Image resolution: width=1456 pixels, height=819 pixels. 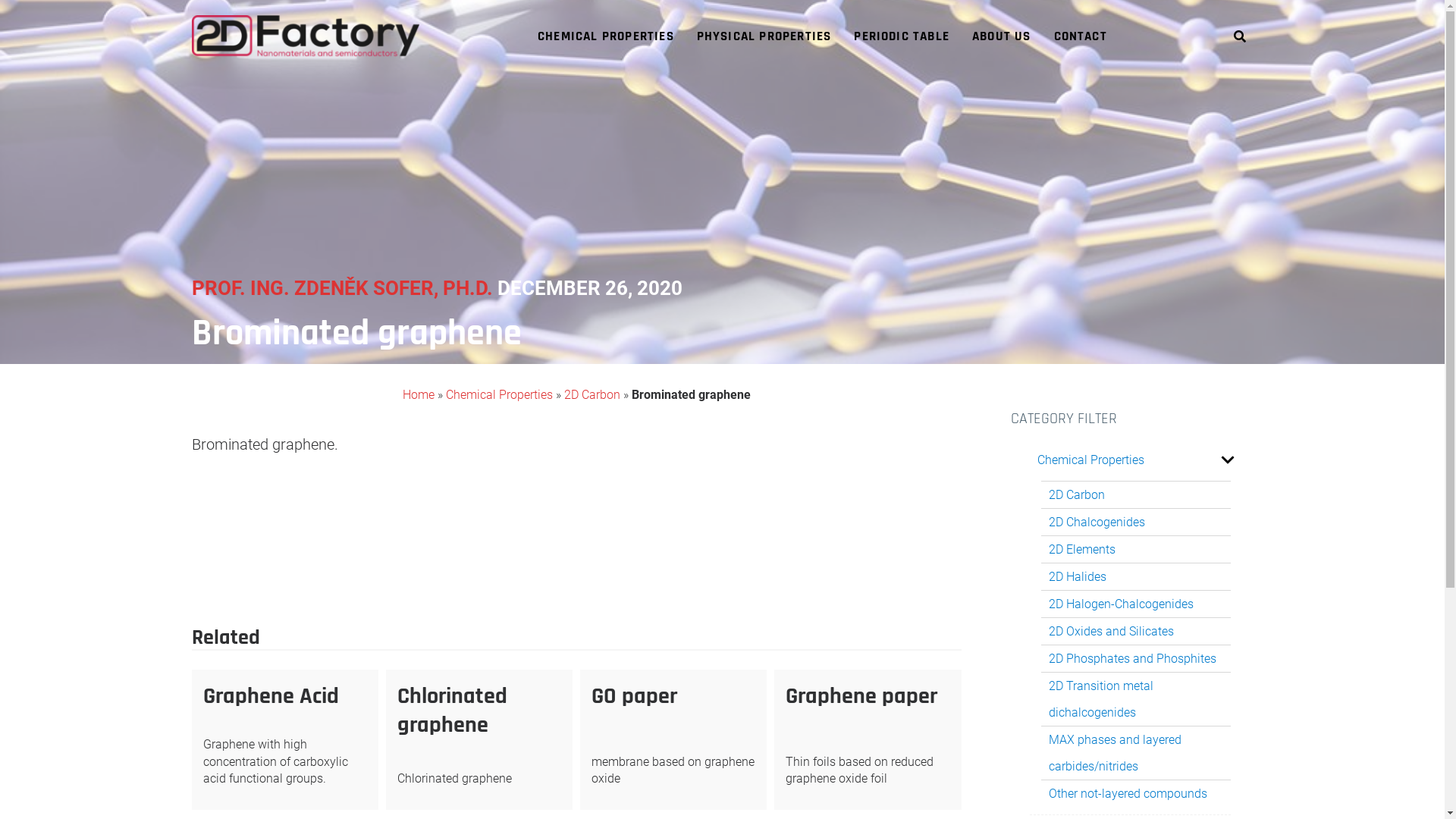 What do you see at coordinates (591, 394) in the screenshot?
I see `'2D Carbon'` at bounding box center [591, 394].